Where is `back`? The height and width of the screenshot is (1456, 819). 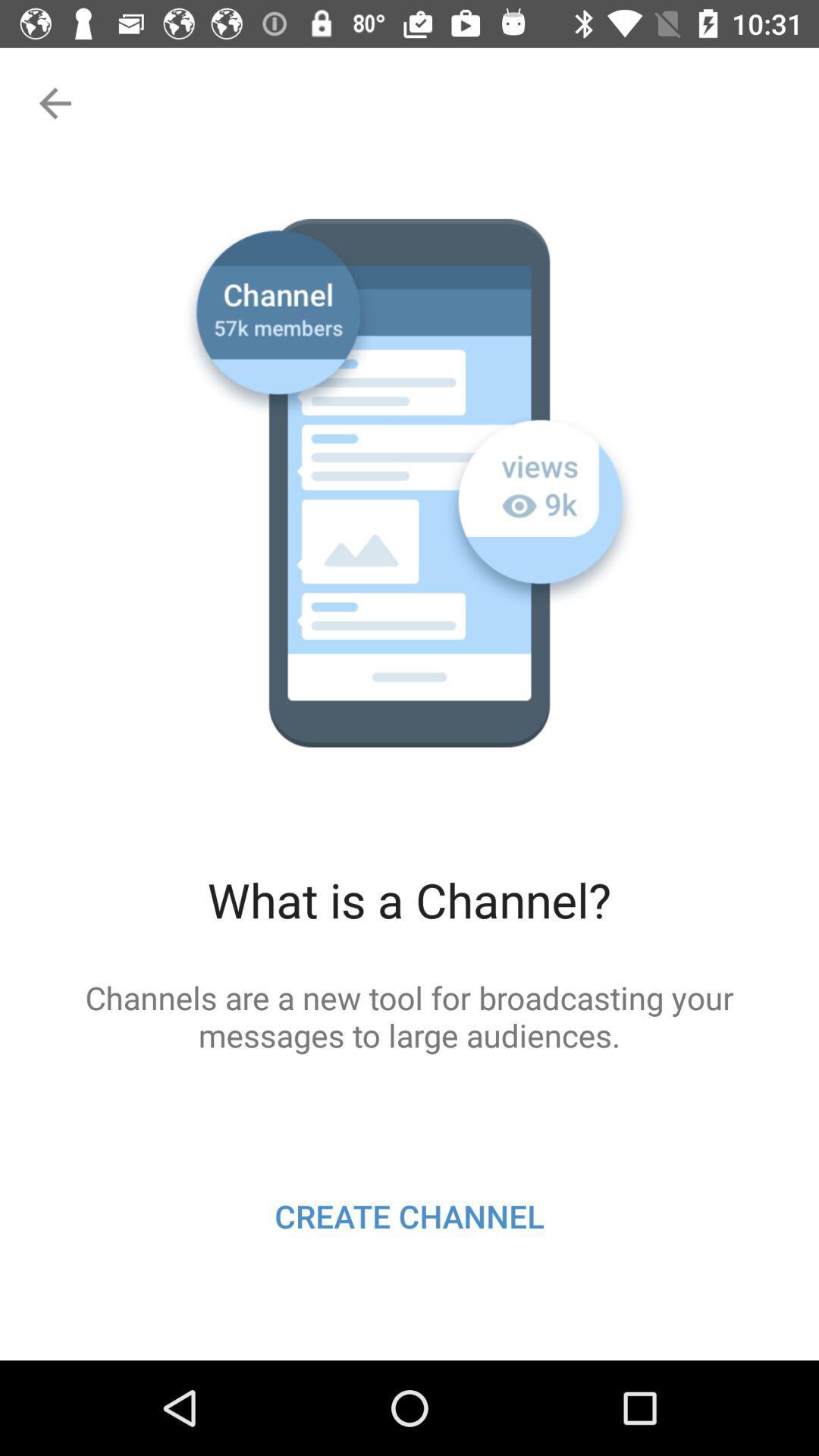 back is located at coordinates (52, 102).